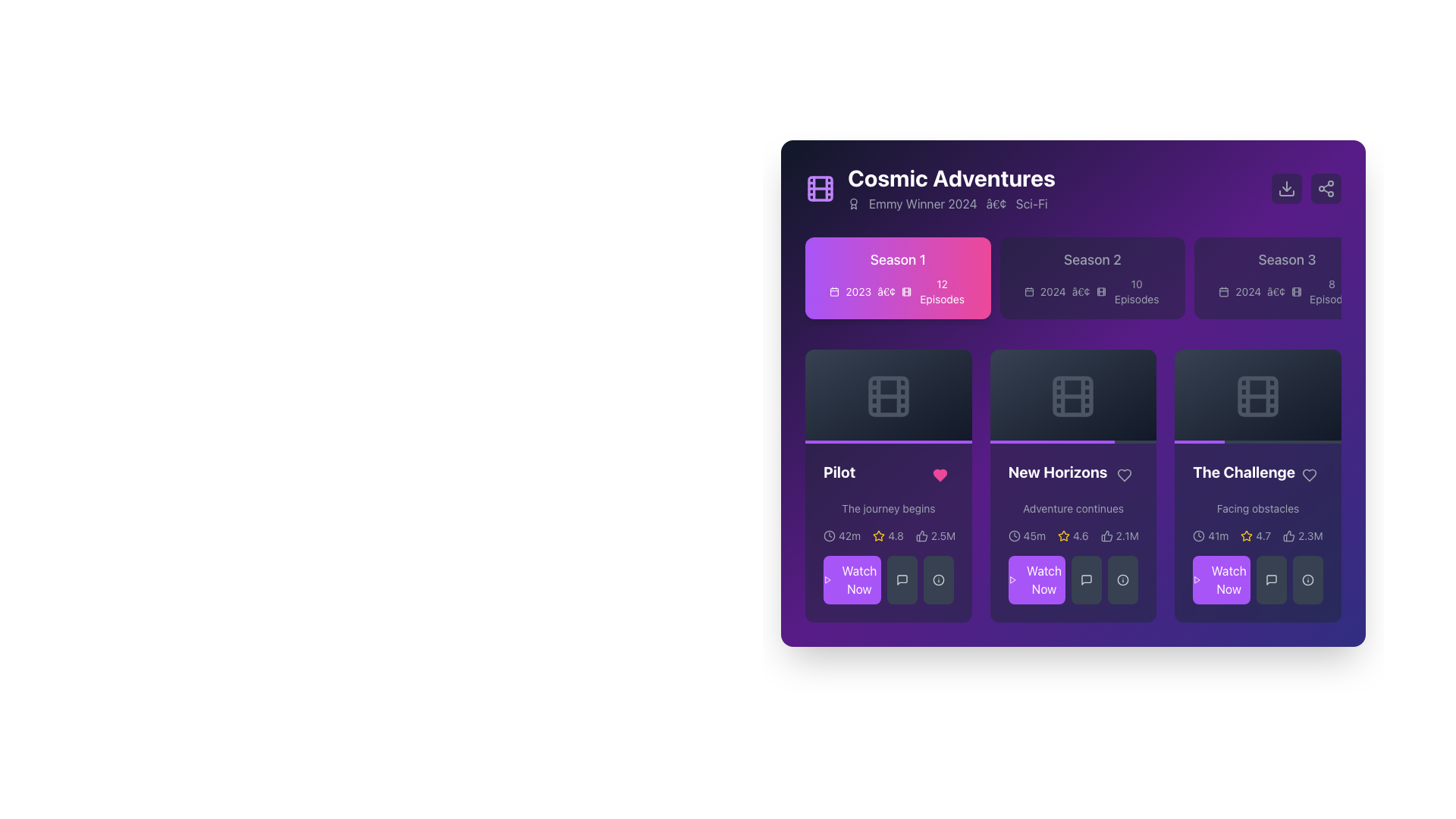 The width and height of the screenshot is (1456, 819). Describe the element at coordinates (1014, 535) in the screenshot. I see `the SVG circle element that represents the clock icon in the top-left corner of the 'Season 1' interface card` at that location.